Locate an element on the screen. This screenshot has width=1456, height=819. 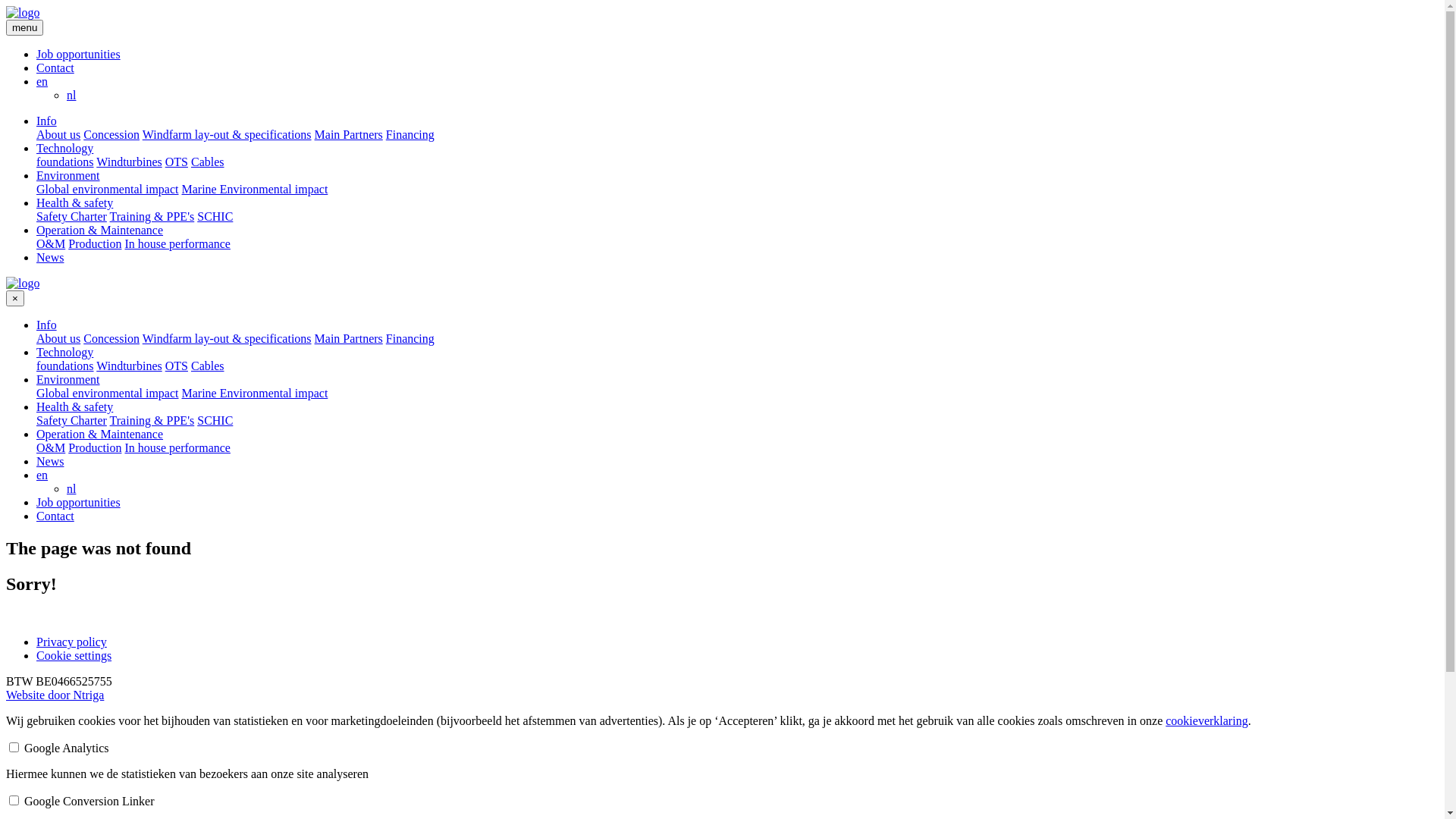
'nl' is located at coordinates (71, 95).